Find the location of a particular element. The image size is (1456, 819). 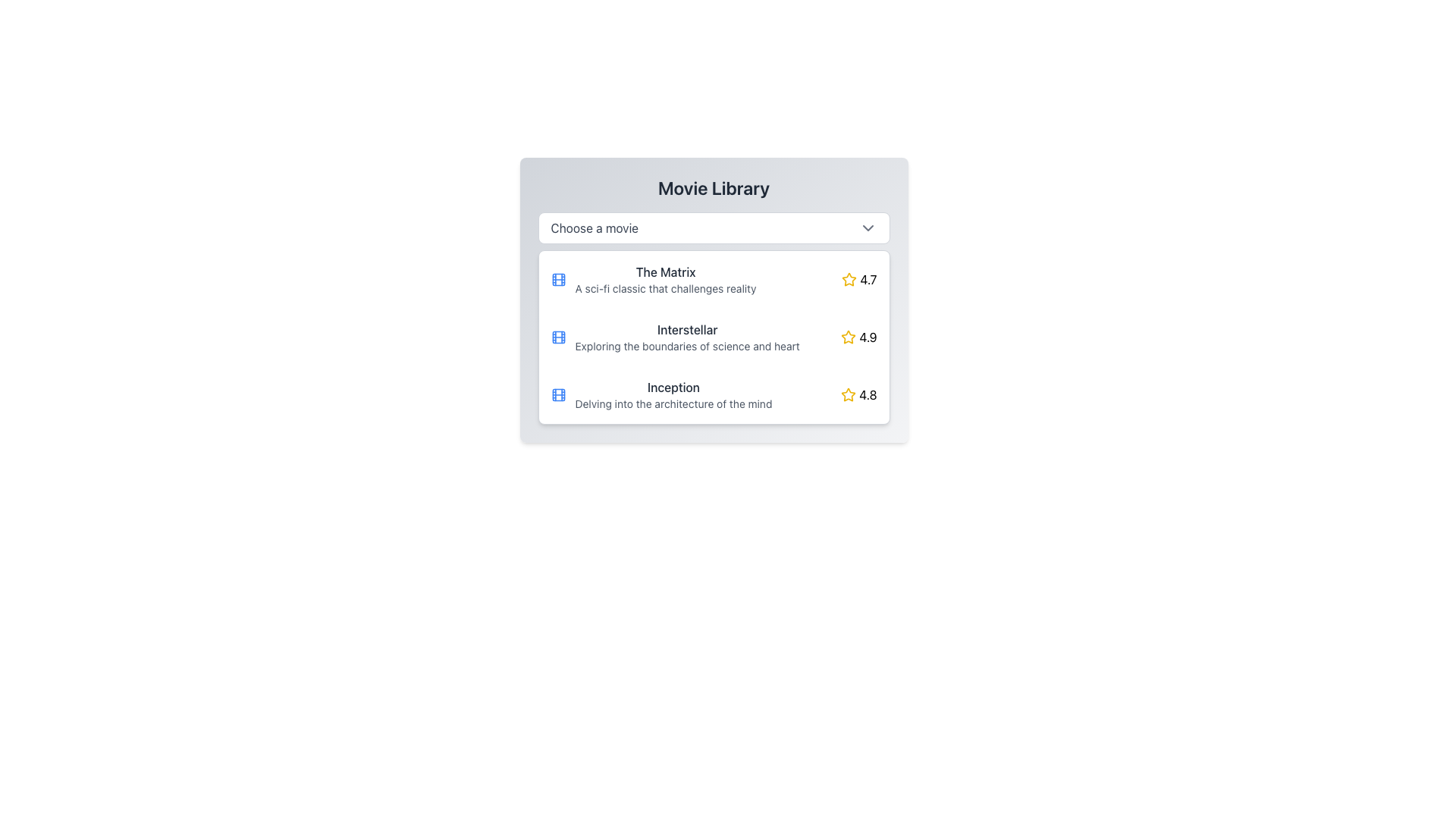

the clickable list item describing the movie 'Inception' is located at coordinates (713, 394).